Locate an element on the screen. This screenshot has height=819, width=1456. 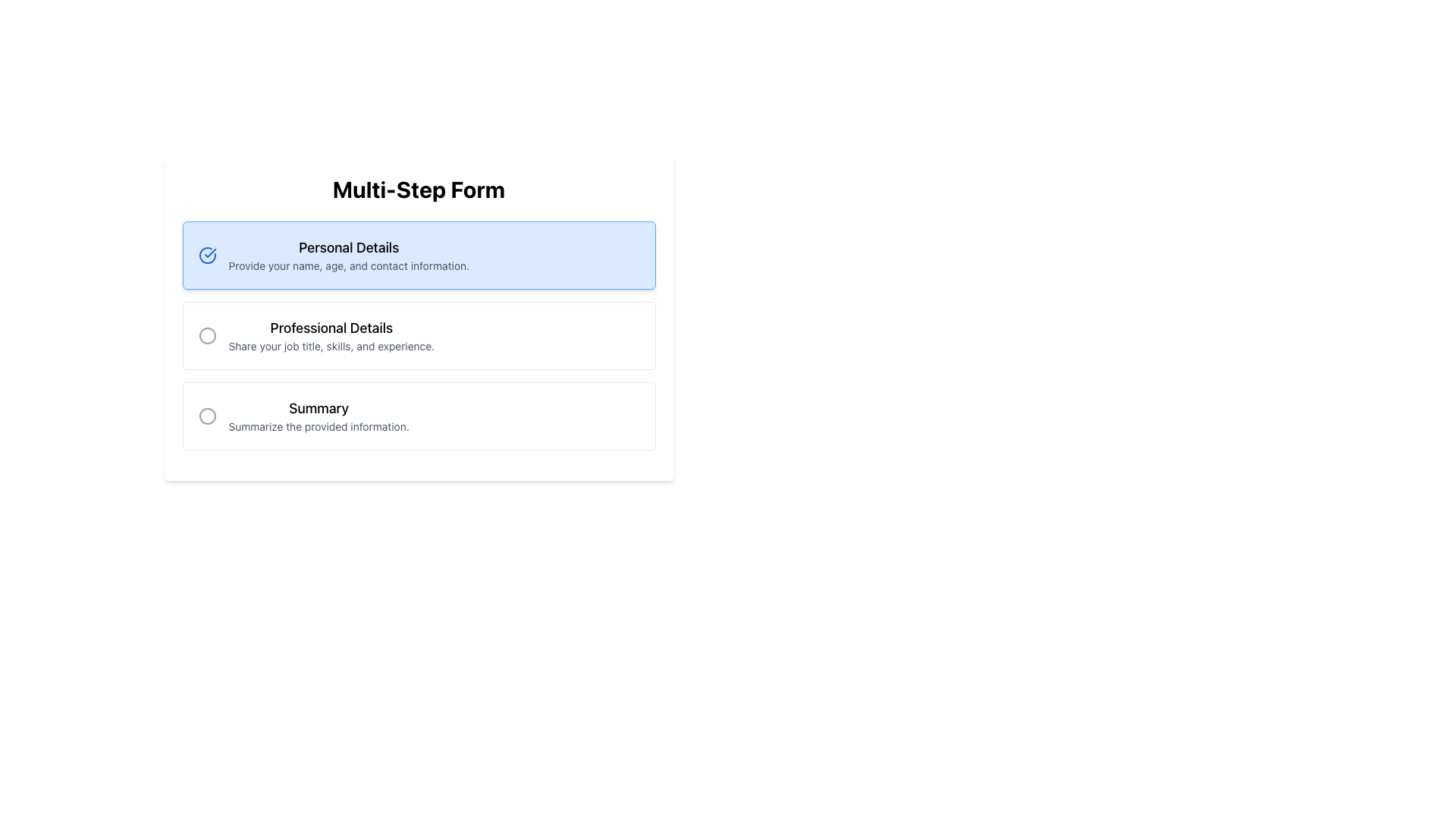
the filled circle icon located in the 'Summary' section of the Multi-Step Form, which is positioned to the left of the accompanying description text is located at coordinates (206, 416).